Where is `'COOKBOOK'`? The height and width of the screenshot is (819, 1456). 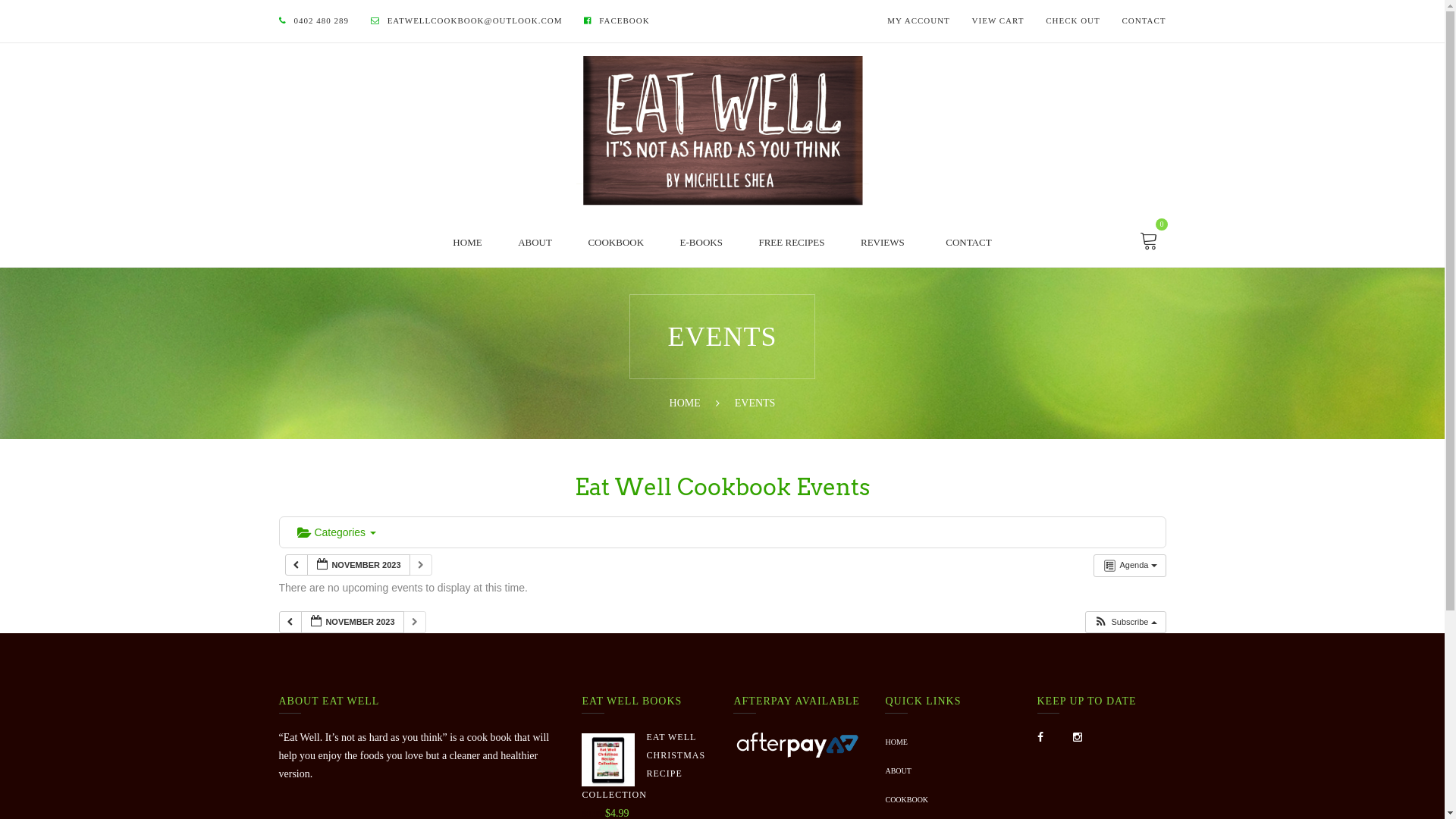 'COOKBOOK' is located at coordinates (906, 799).